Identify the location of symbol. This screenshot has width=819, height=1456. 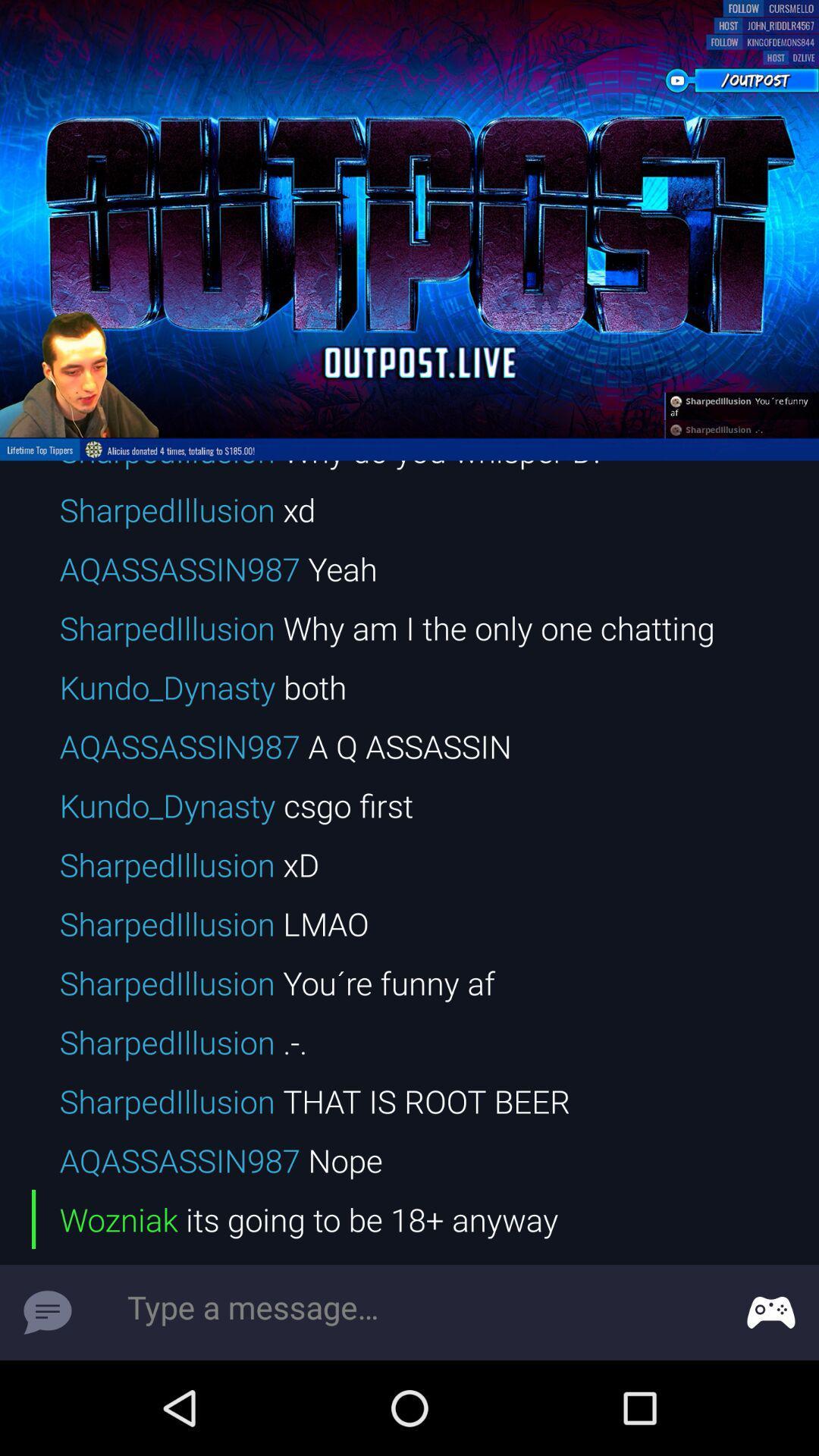
(46, 1312).